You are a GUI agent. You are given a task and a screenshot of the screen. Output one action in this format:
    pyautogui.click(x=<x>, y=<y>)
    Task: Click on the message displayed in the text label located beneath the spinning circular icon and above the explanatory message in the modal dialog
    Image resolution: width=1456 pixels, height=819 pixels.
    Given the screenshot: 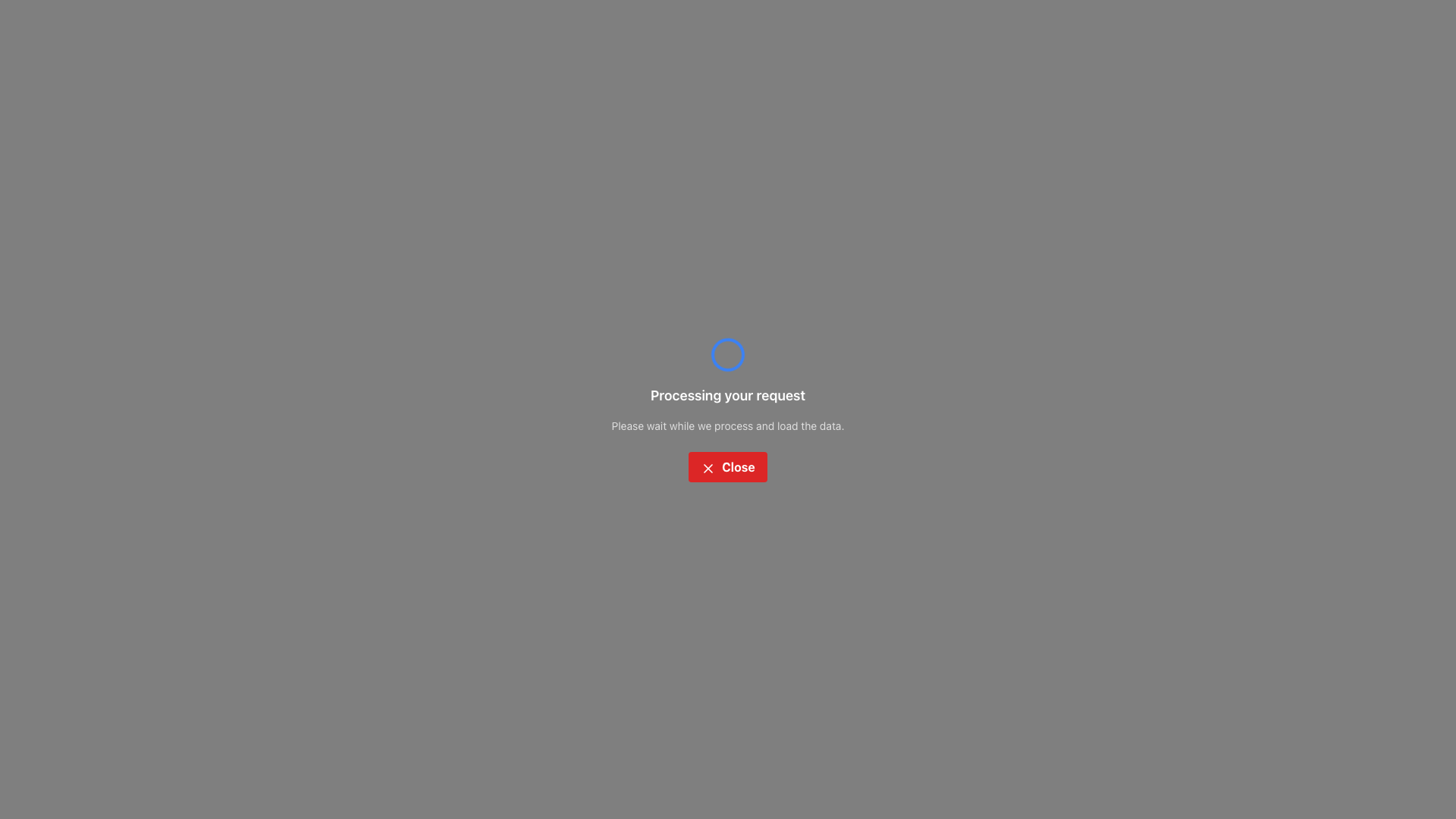 What is the action you would take?
    pyautogui.click(x=728, y=394)
    